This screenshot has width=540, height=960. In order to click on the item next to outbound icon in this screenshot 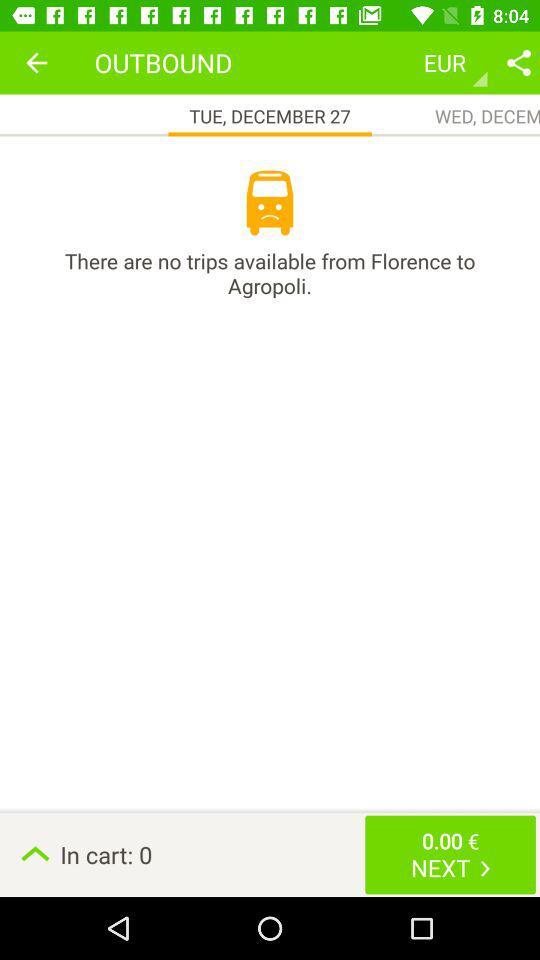, I will do `click(36, 62)`.